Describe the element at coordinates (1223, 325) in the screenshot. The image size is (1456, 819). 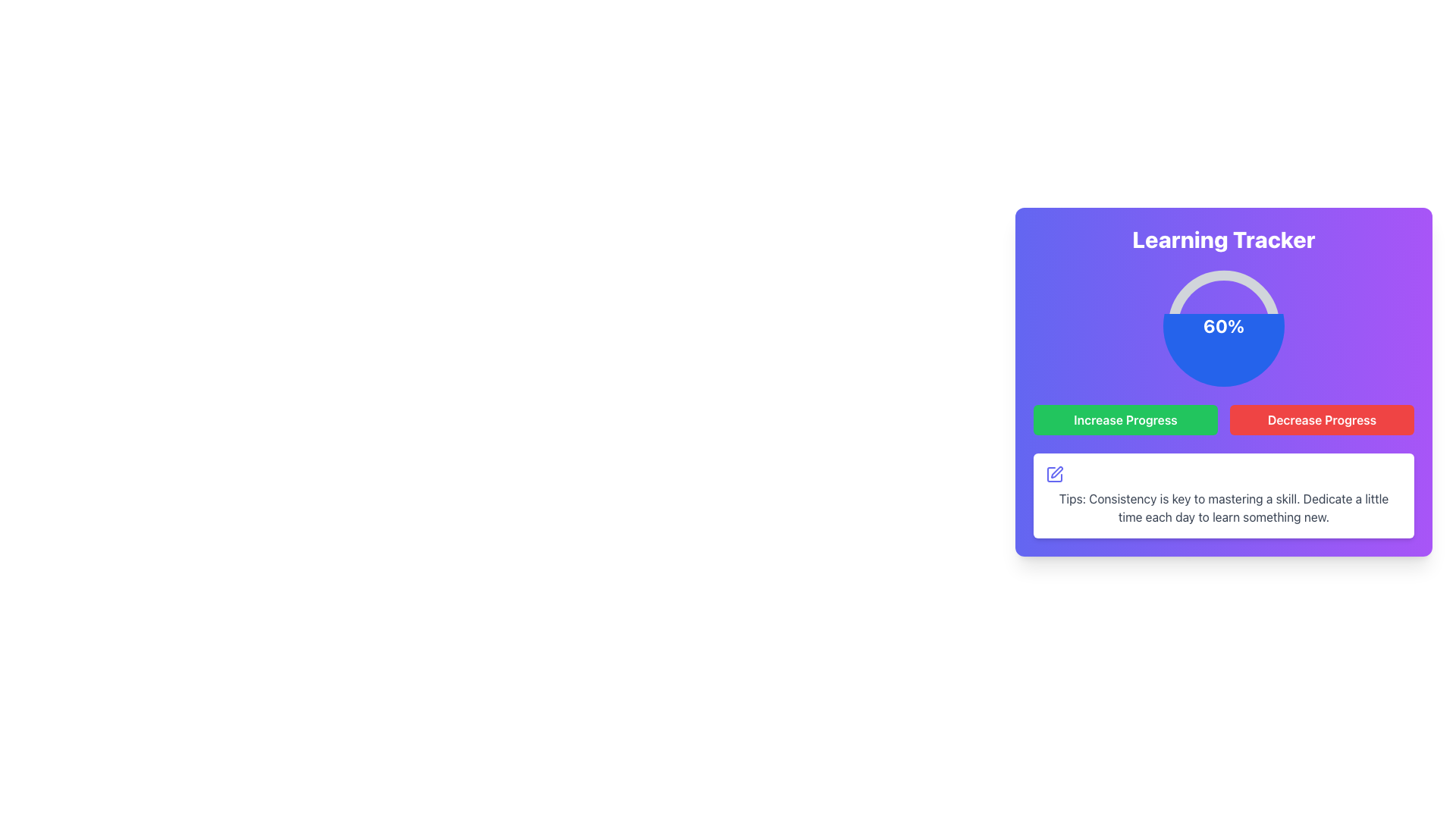
I see `the Circular Progress Indicator that visually represents 60% completion, which is centrally aligned within the purple 'Learning Tracker' card` at that location.